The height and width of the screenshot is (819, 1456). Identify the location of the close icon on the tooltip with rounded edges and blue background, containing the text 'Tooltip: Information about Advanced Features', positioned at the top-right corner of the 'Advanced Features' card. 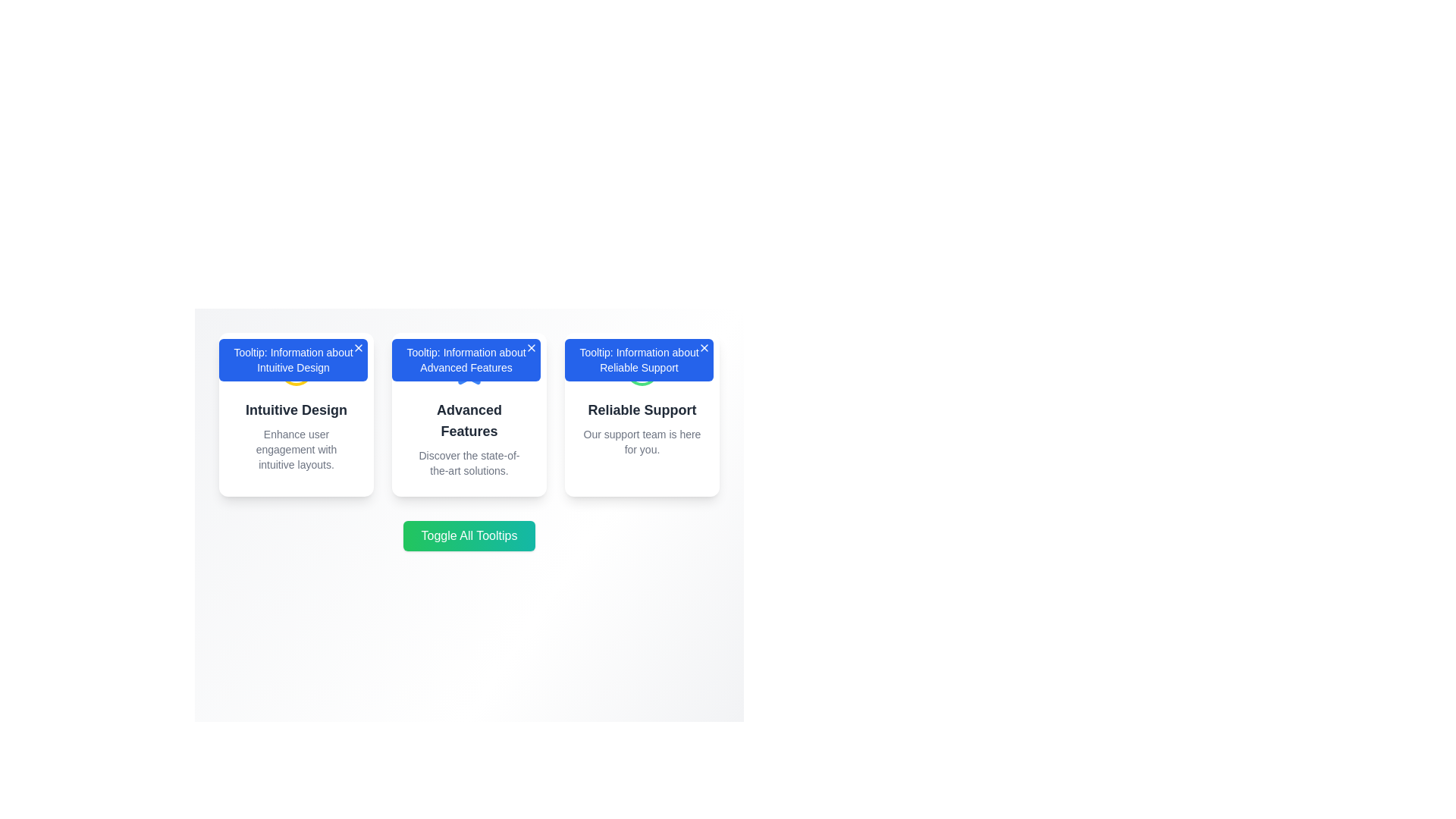
(465, 359).